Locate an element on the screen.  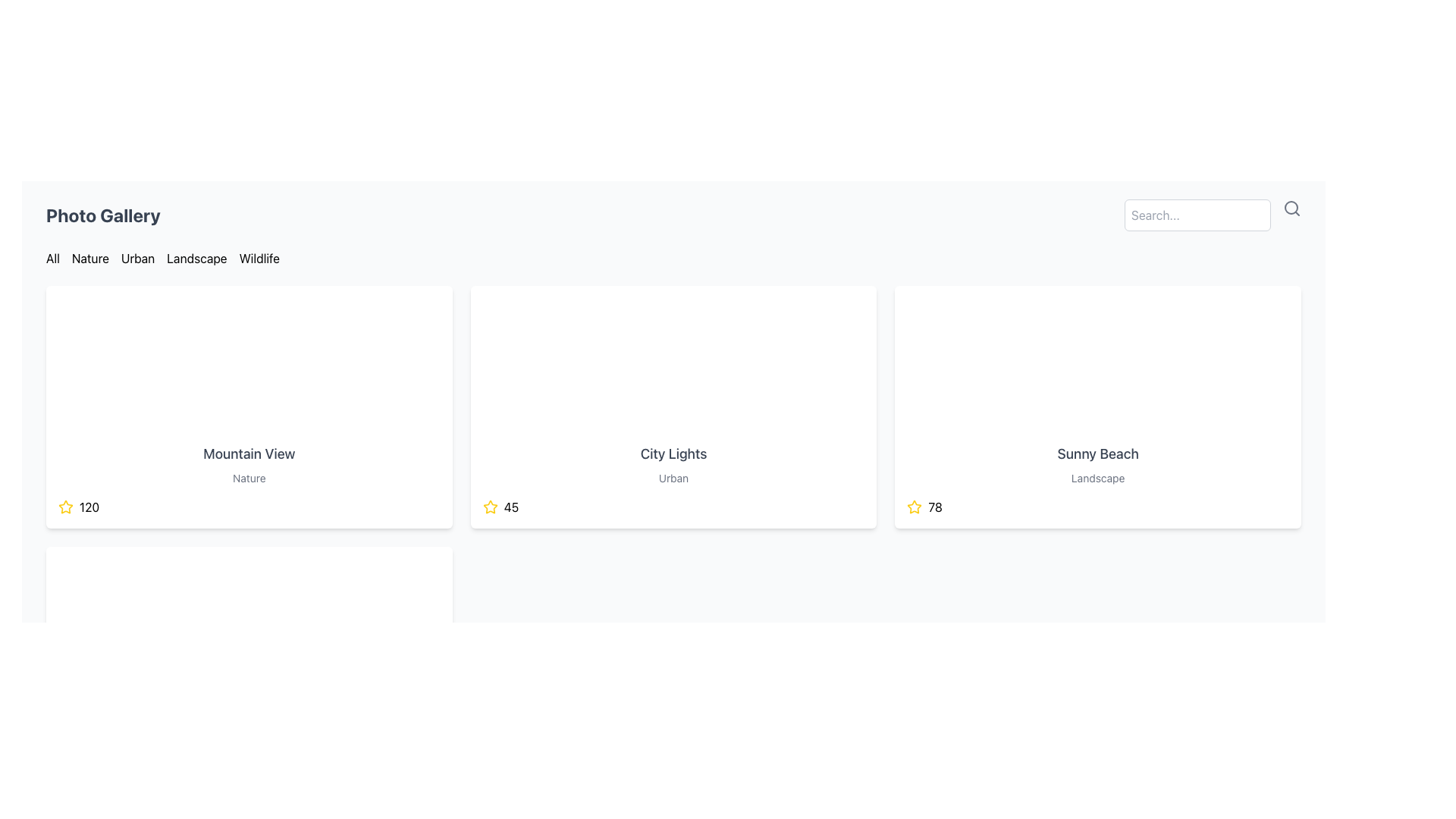
the small circle element that is part of the magnifying glass SVG icon located at the top-right of the interface is located at coordinates (1291, 207).